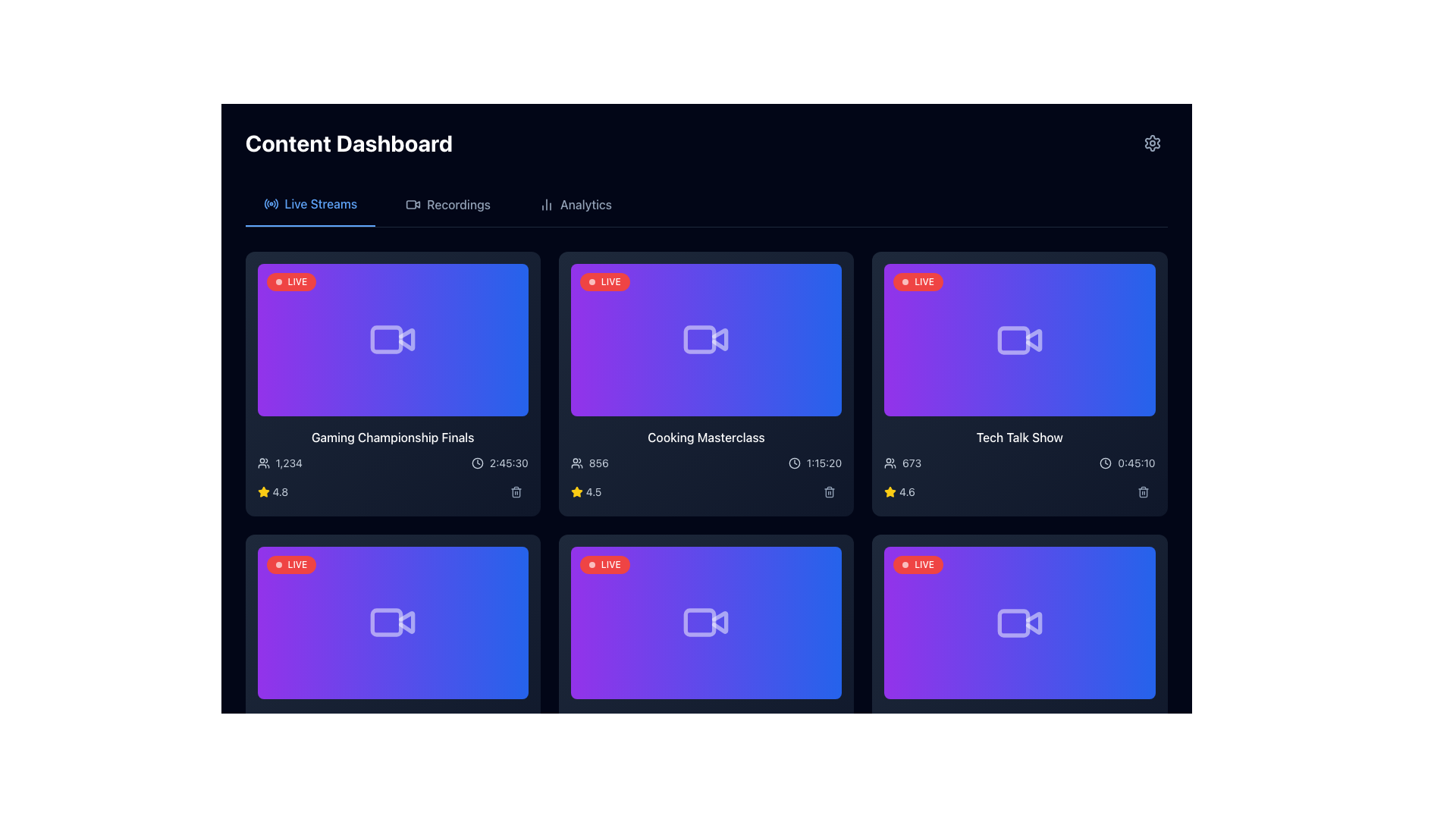 Image resolution: width=1456 pixels, height=819 pixels. Describe the element at coordinates (576, 491) in the screenshot. I see `the star icon that represents a rating, located to the left of the text '4.5' in the second column below the 'Cooking Masterclass' card` at that location.